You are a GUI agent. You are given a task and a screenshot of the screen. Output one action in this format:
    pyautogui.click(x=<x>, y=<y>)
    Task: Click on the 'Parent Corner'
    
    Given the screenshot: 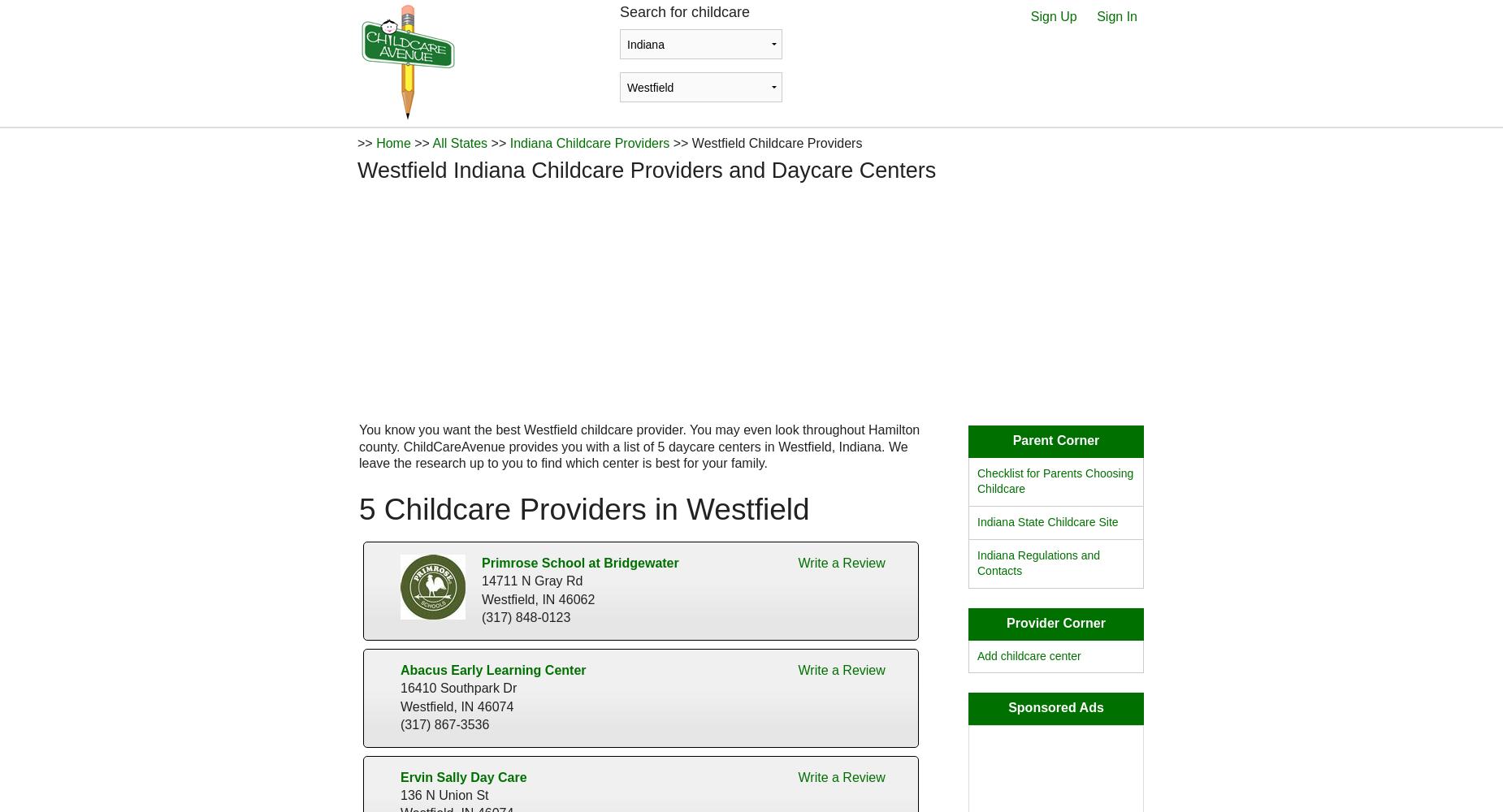 What is the action you would take?
    pyautogui.click(x=1055, y=439)
    